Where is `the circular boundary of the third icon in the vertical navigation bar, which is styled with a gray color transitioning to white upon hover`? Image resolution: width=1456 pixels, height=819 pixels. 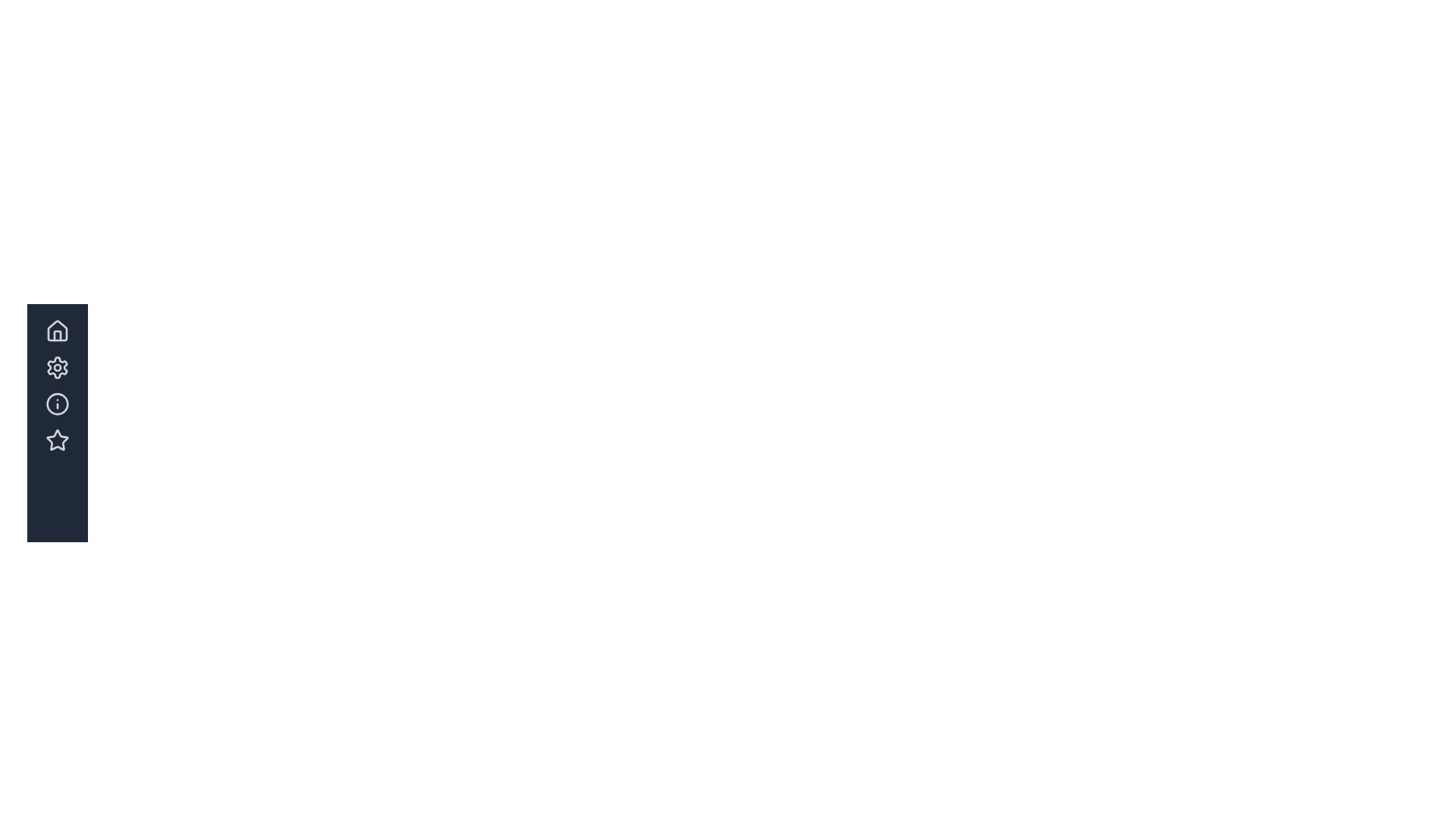 the circular boundary of the third icon in the vertical navigation bar, which is styled with a gray color transitioning to white upon hover is located at coordinates (58, 403).